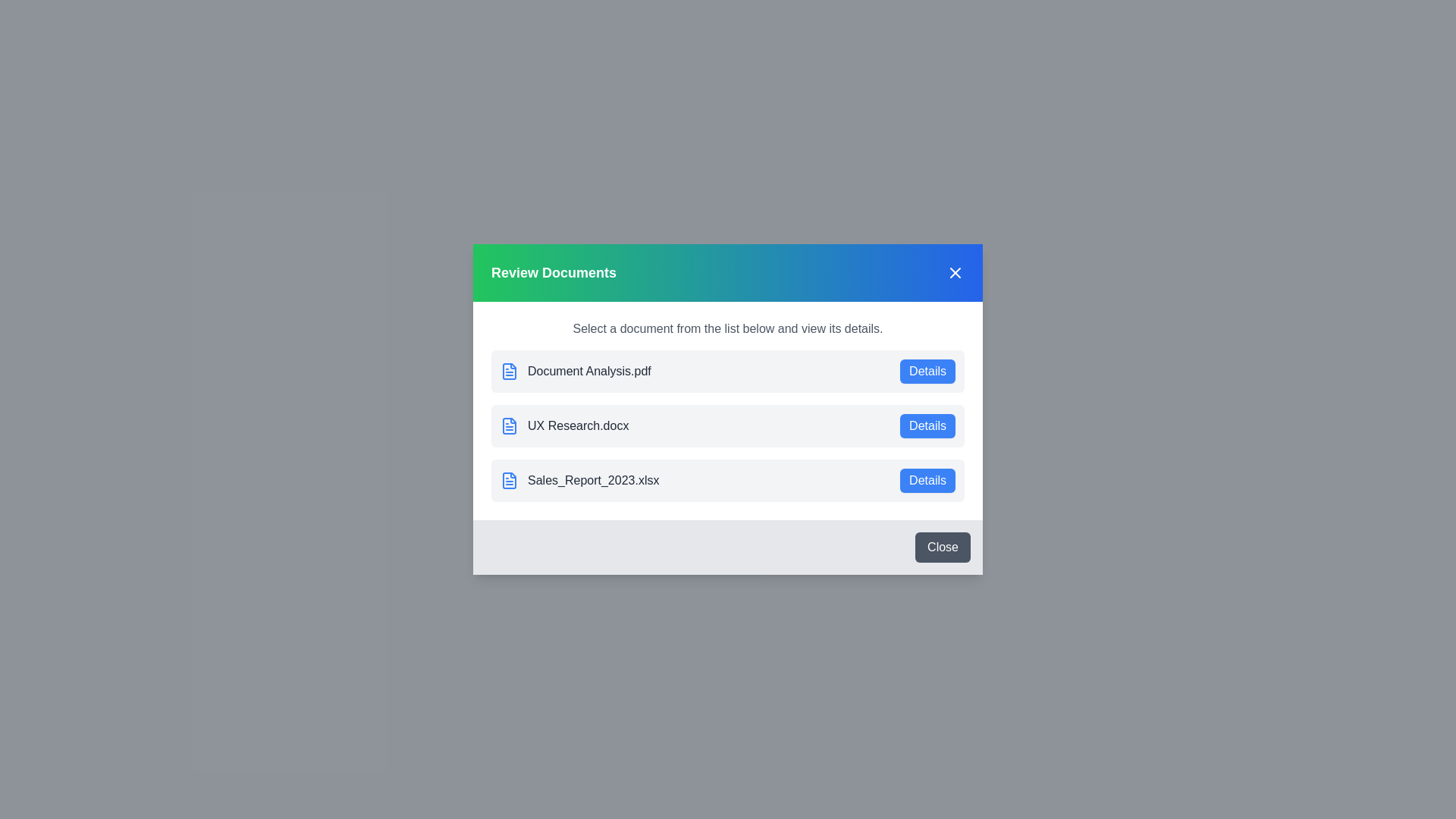  Describe the element at coordinates (927, 426) in the screenshot. I see `the details button for UX Research.docx to view its details` at that location.